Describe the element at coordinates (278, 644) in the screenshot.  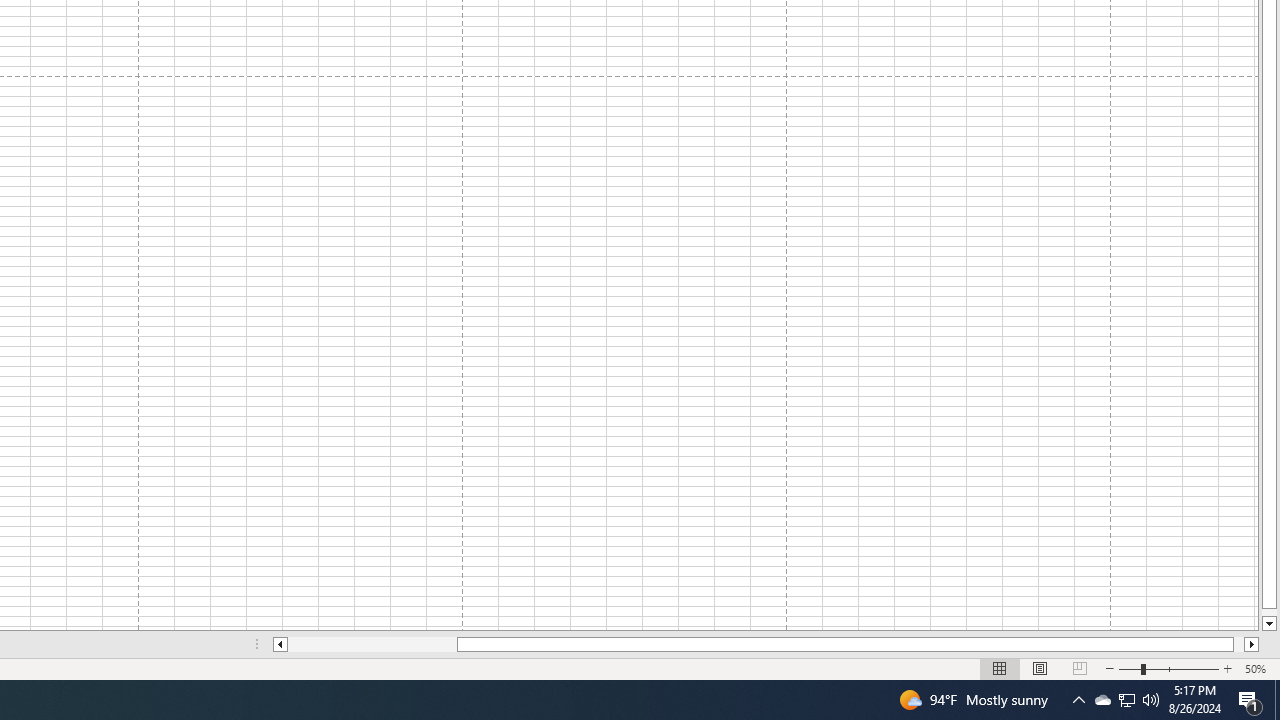
I see `'Column left'` at that location.